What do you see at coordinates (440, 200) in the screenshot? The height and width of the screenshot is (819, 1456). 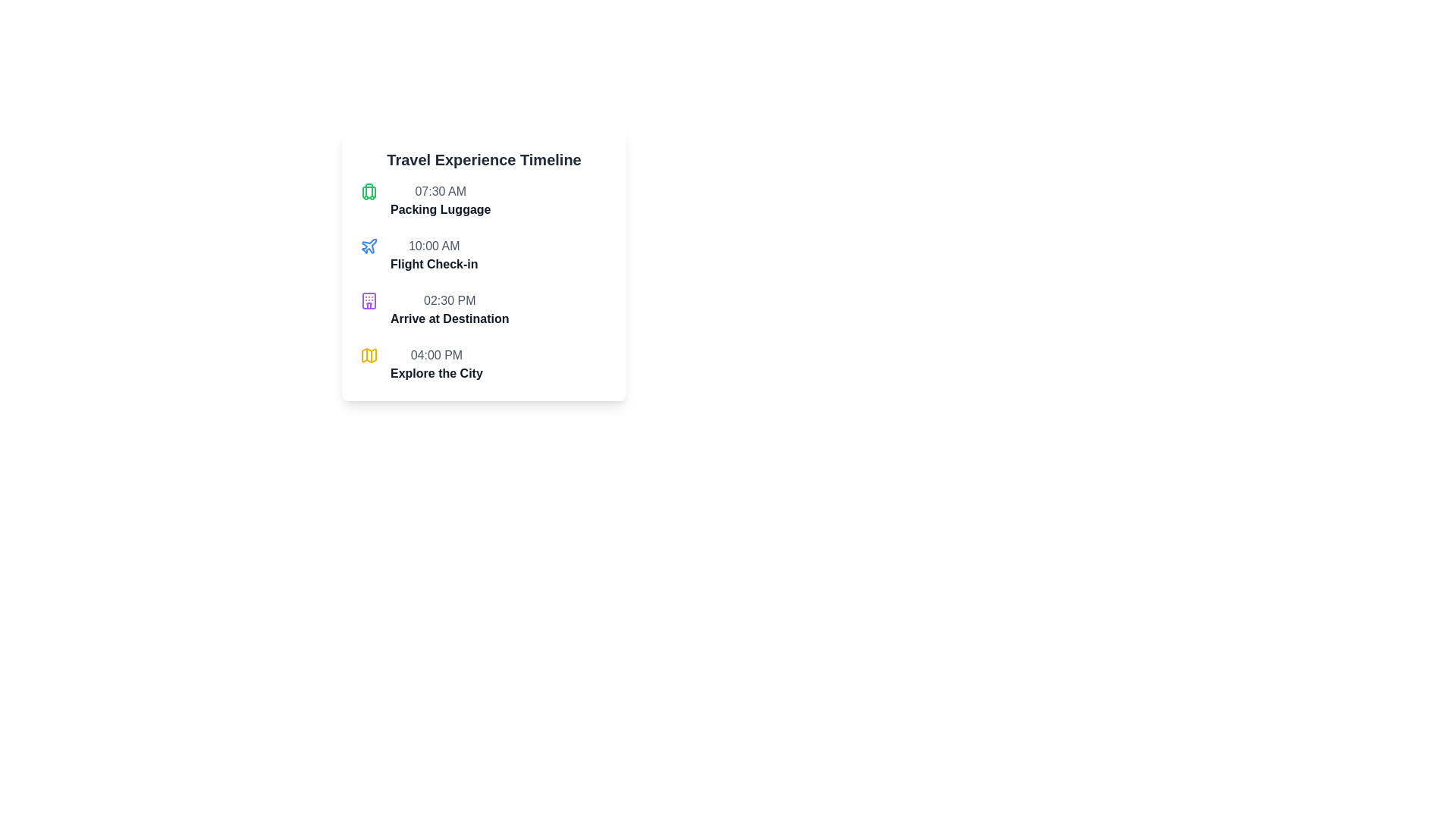 I see `the Text Display element that shows the schedule entry '07:30 AM Packing Luggage' in the 'Travel Experience Timeline' section` at bounding box center [440, 200].